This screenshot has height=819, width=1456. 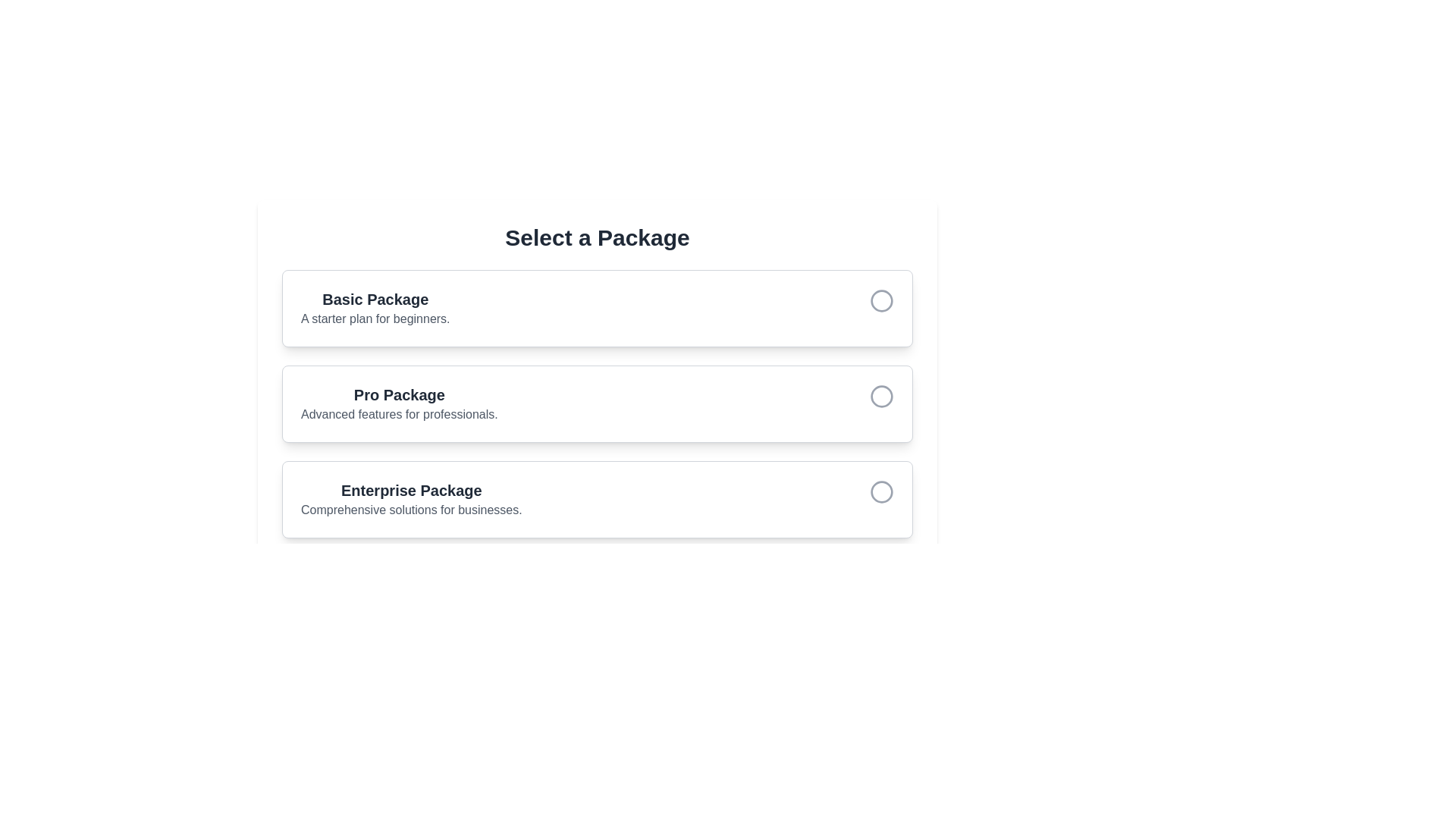 What do you see at coordinates (881, 500) in the screenshot?
I see `the radio button for the 'Enterprise Package' option` at bounding box center [881, 500].